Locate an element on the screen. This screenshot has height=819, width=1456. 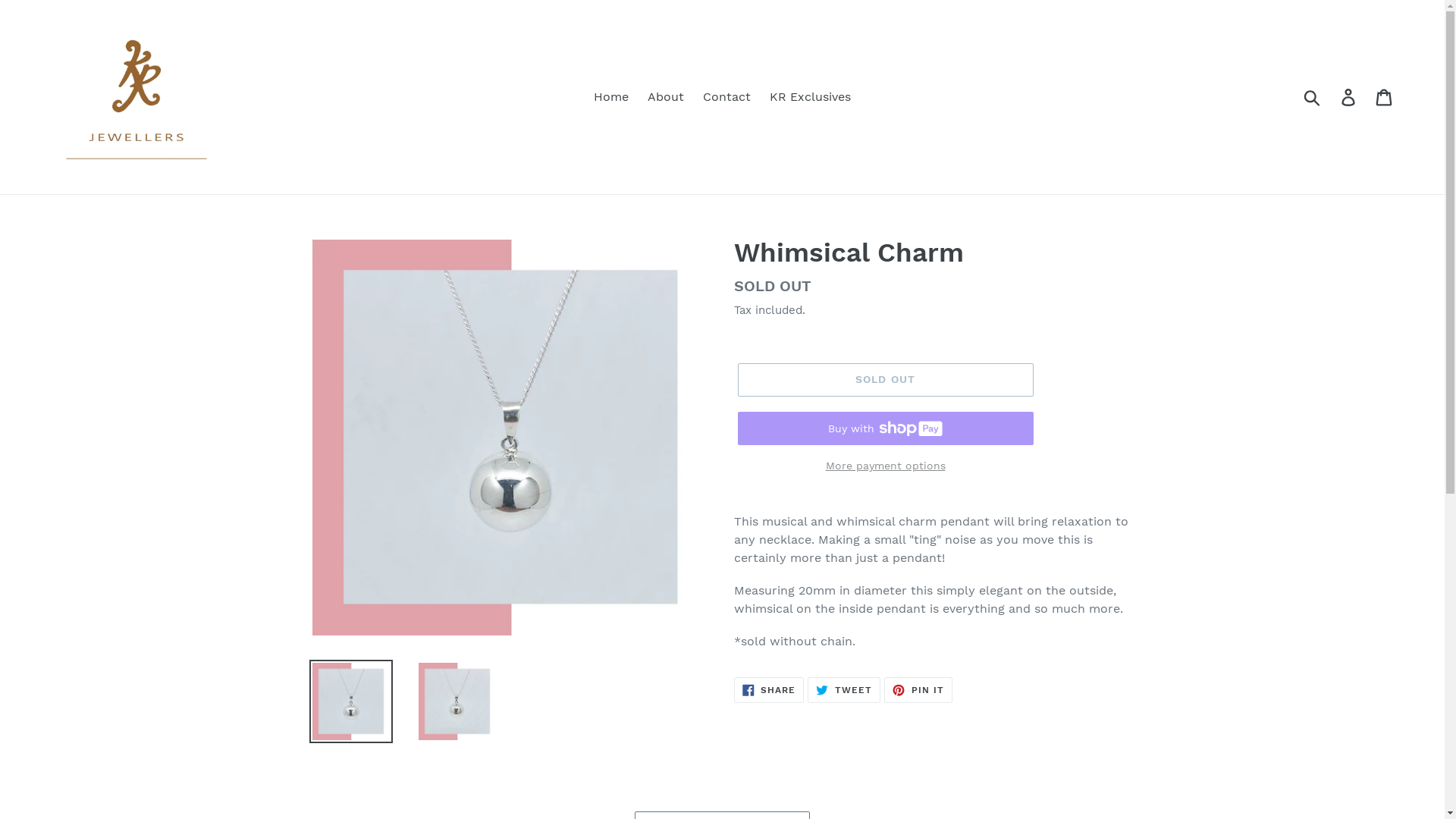
'Submit' is located at coordinates (1312, 96).